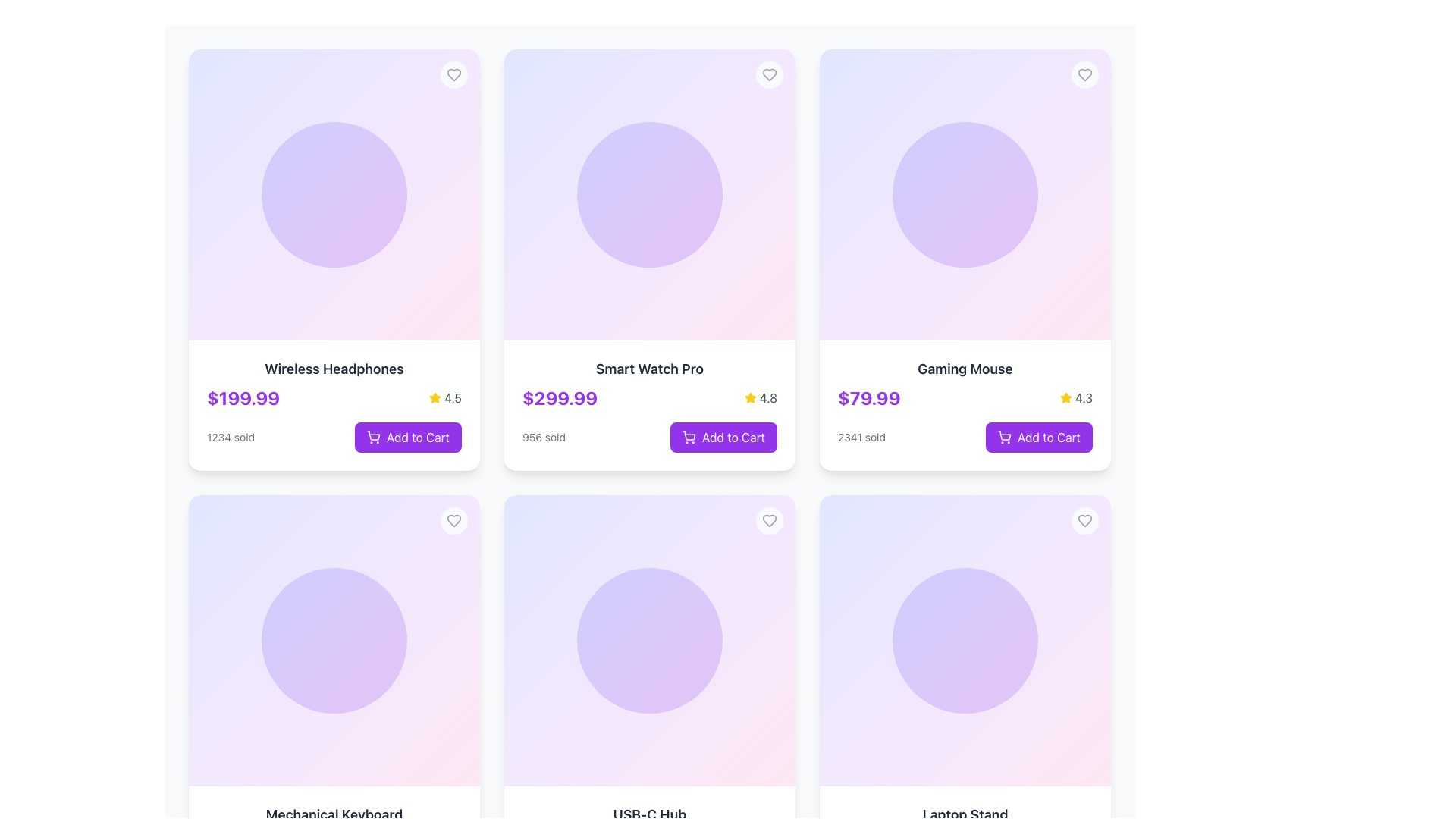 Image resolution: width=1456 pixels, height=819 pixels. I want to click on the shopping cart icon located on the leftmost part of the 'Add to Cart' button for the 'Gaming Mouse' product, so click(1004, 438).